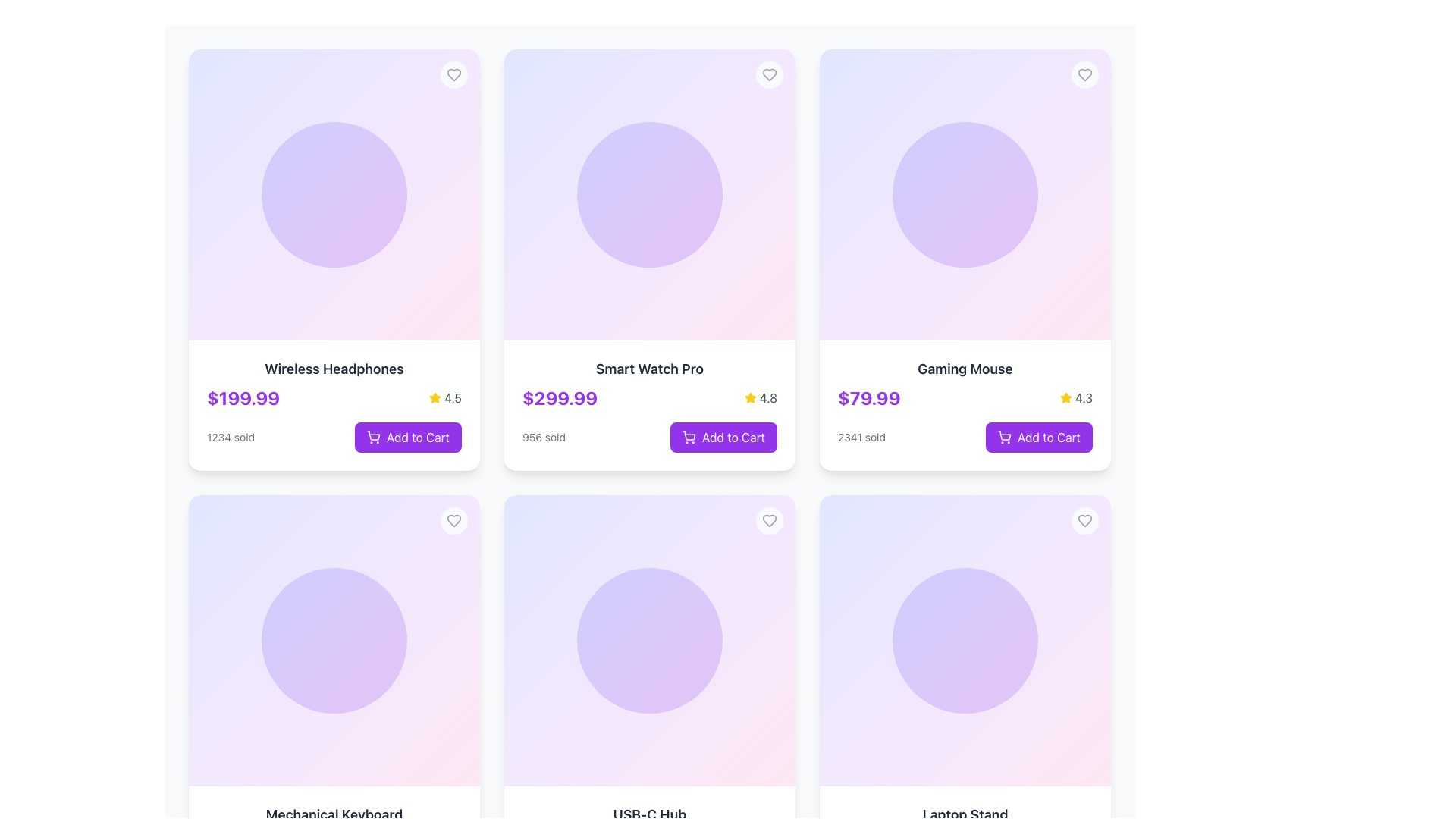 Image resolution: width=1456 pixels, height=819 pixels. I want to click on the shopping cart icon located on the leftmost part of the 'Add to Cart' button for the 'Gaming Mouse' product, so click(1004, 438).